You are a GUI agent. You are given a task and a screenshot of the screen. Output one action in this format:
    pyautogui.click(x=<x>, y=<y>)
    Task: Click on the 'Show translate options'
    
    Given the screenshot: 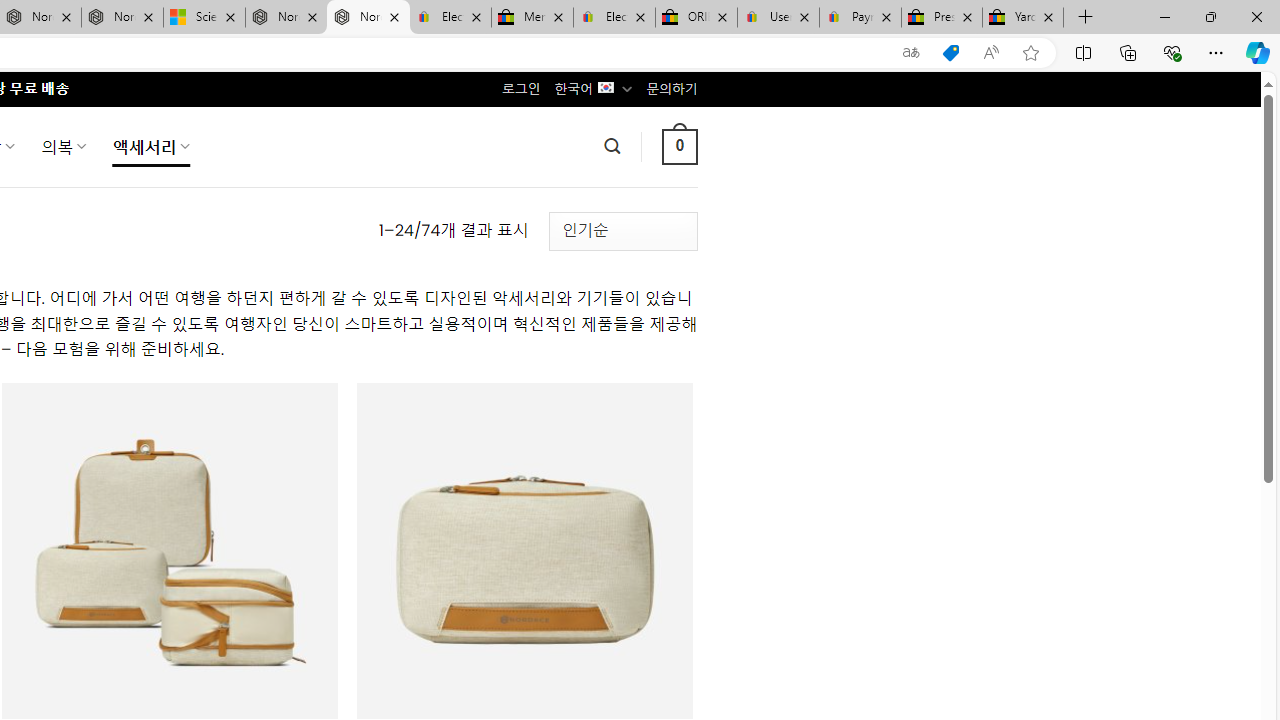 What is the action you would take?
    pyautogui.click(x=909, y=52)
    